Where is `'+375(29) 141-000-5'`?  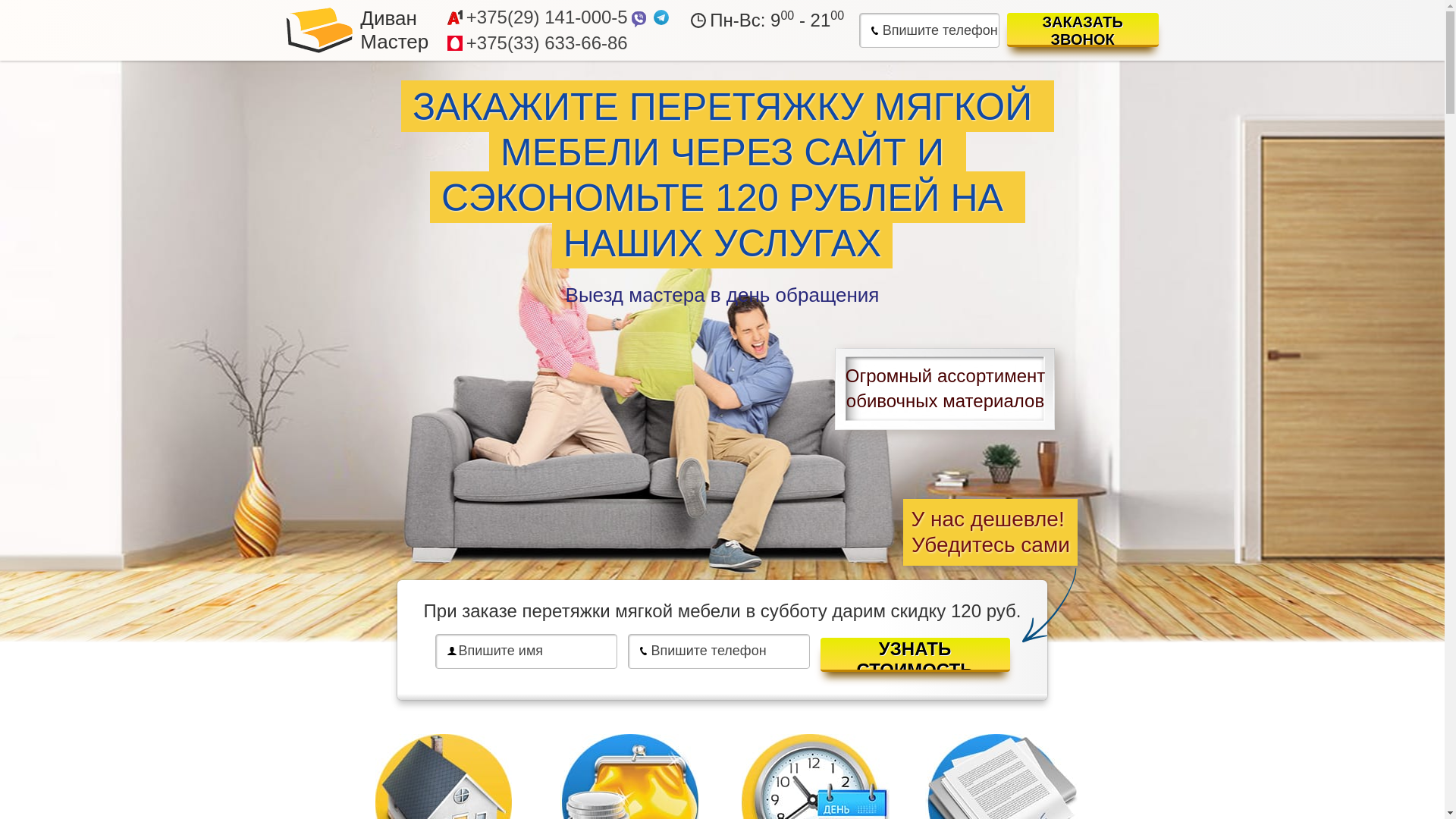
'+375(29) 141-000-5' is located at coordinates (546, 17).